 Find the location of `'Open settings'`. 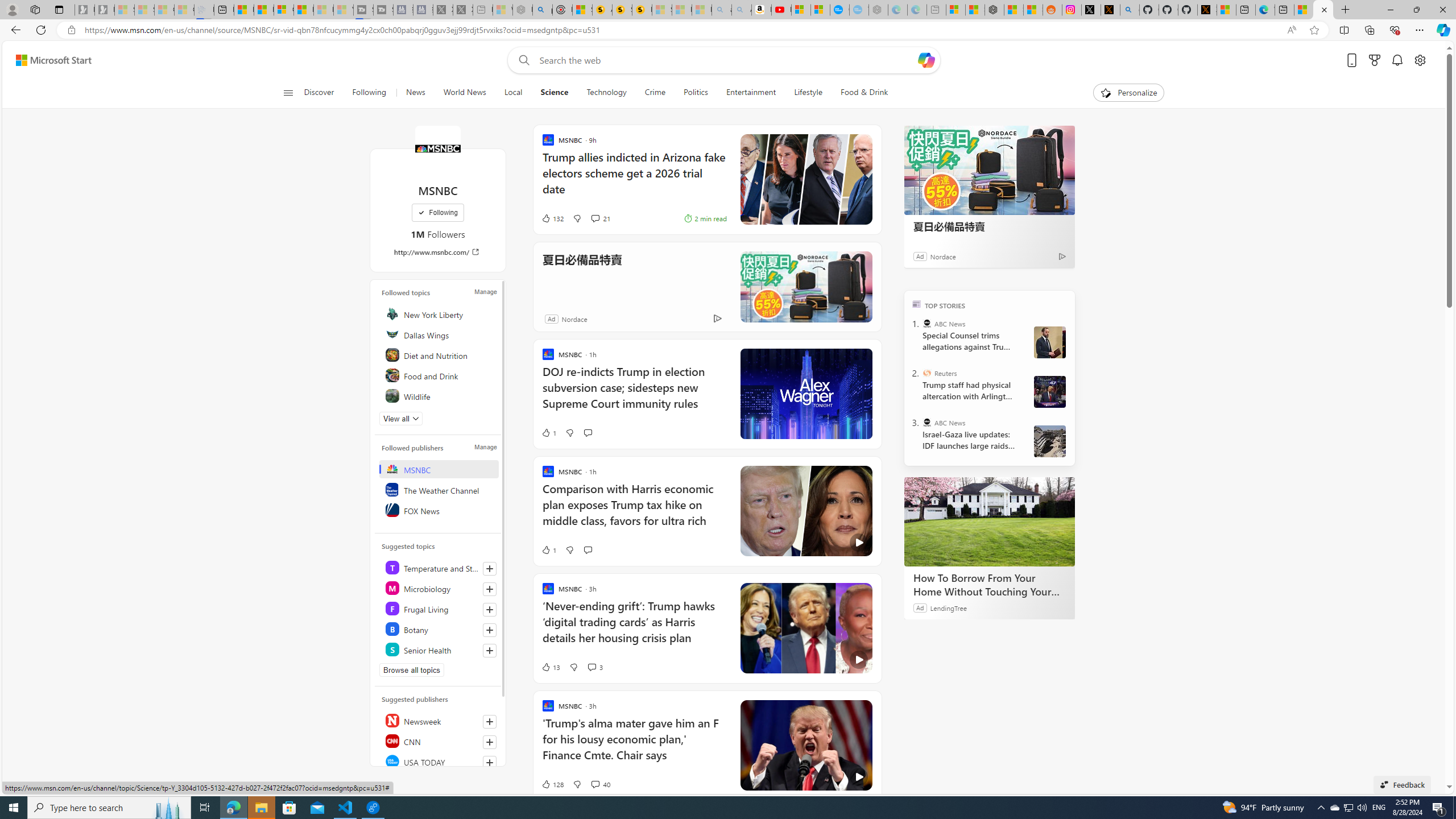

'Open settings' is located at coordinates (1420, 60).